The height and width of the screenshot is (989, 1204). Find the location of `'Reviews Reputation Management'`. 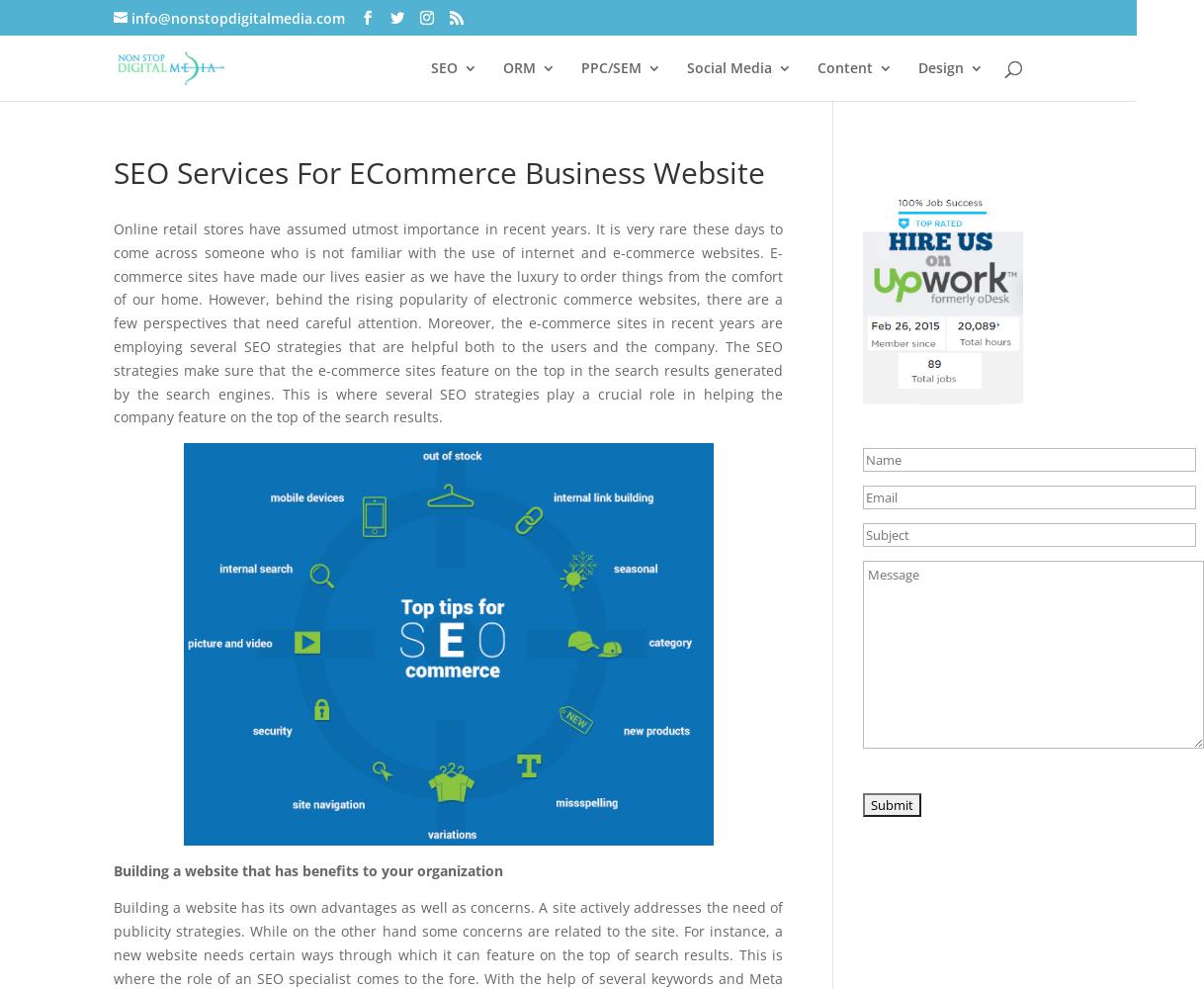

'Reviews Reputation Management' is located at coordinates (609, 492).